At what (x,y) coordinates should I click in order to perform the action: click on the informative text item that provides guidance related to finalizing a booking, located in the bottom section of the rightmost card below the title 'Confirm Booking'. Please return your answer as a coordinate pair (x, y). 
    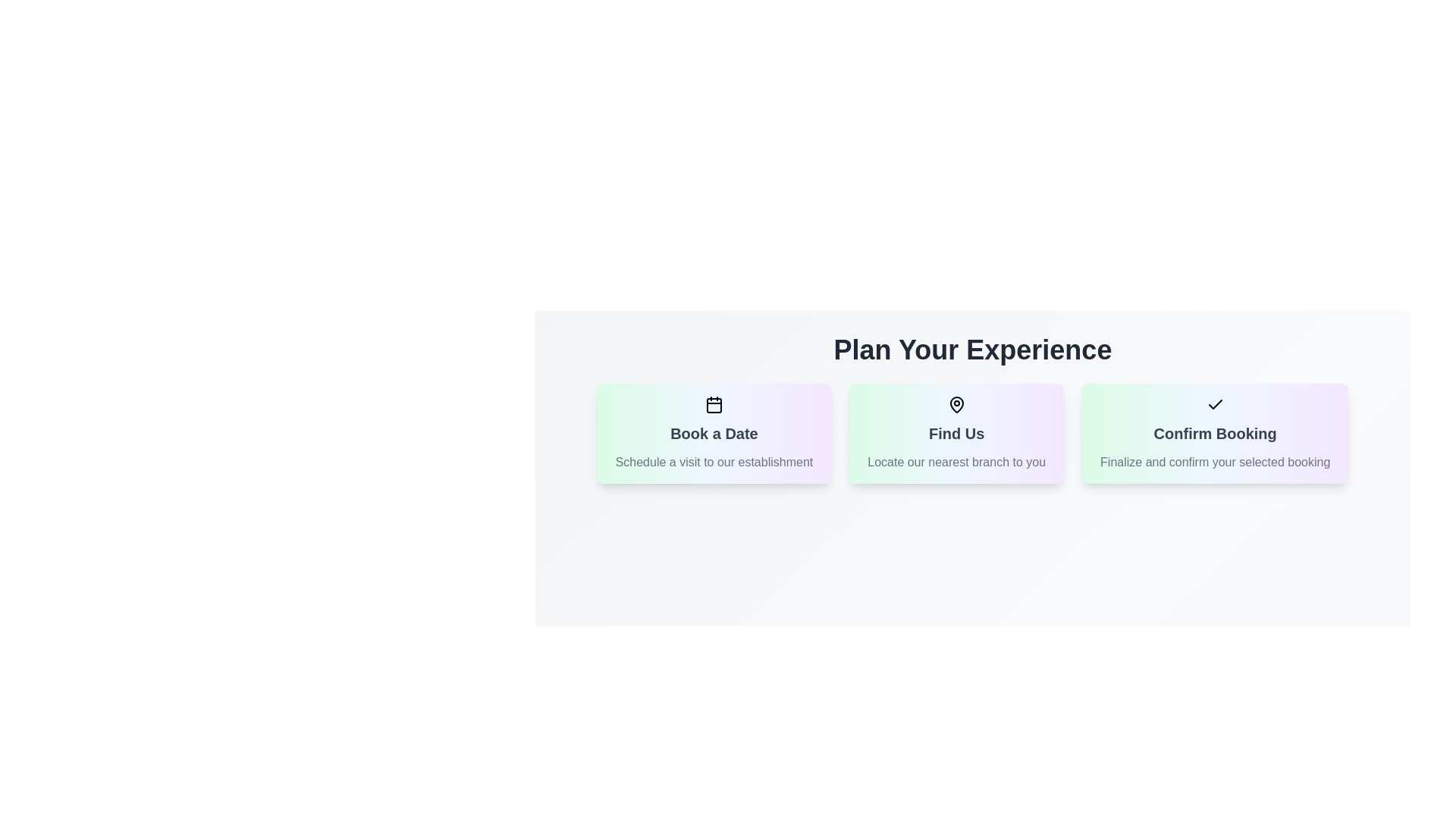
    Looking at the image, I should click on (1215, 461).